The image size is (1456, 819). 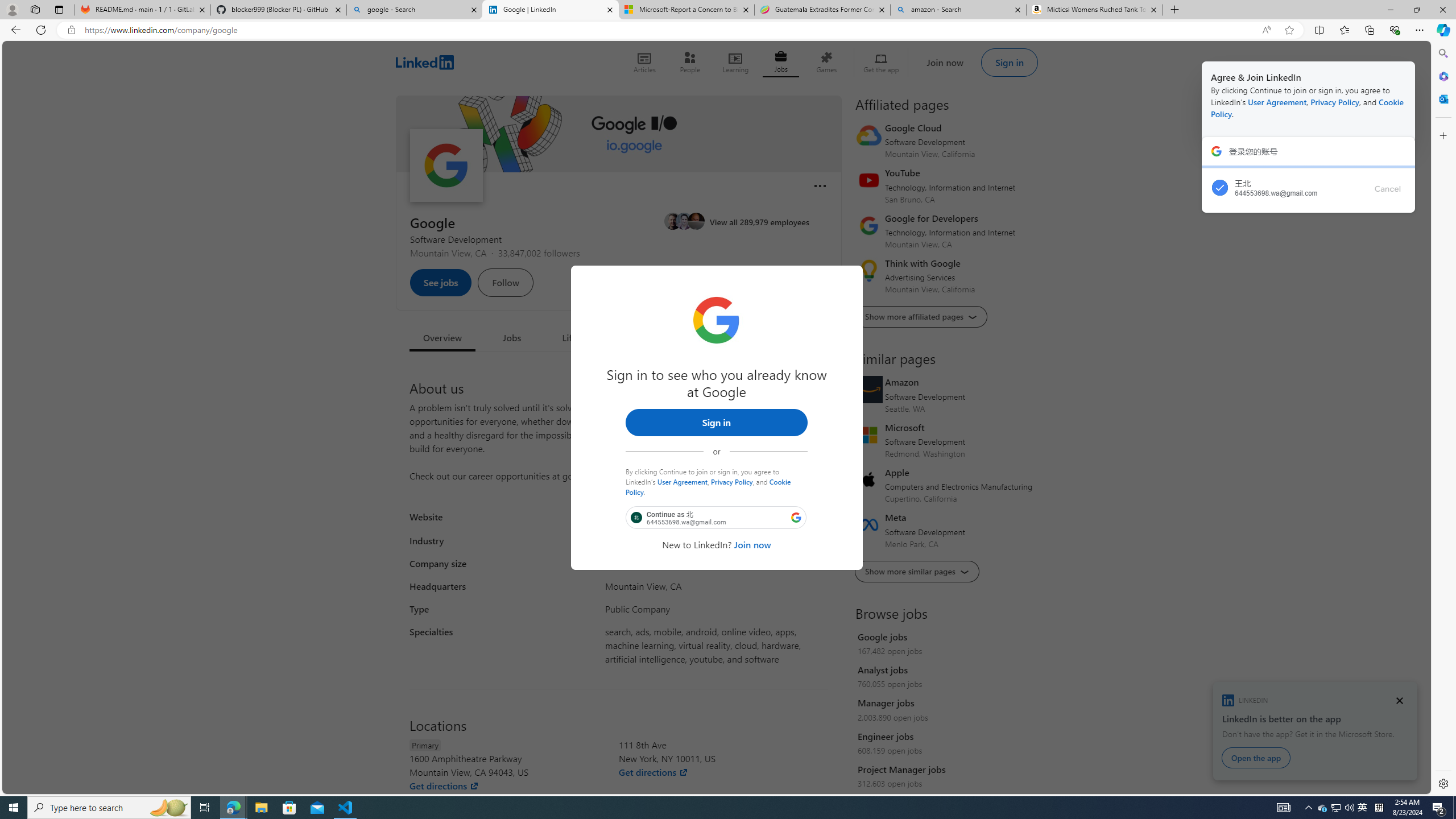 What do you see at coordinates (731, 481) in the screenshot?
I see `'Privacy Policy'` at bounding box center [731, 481].